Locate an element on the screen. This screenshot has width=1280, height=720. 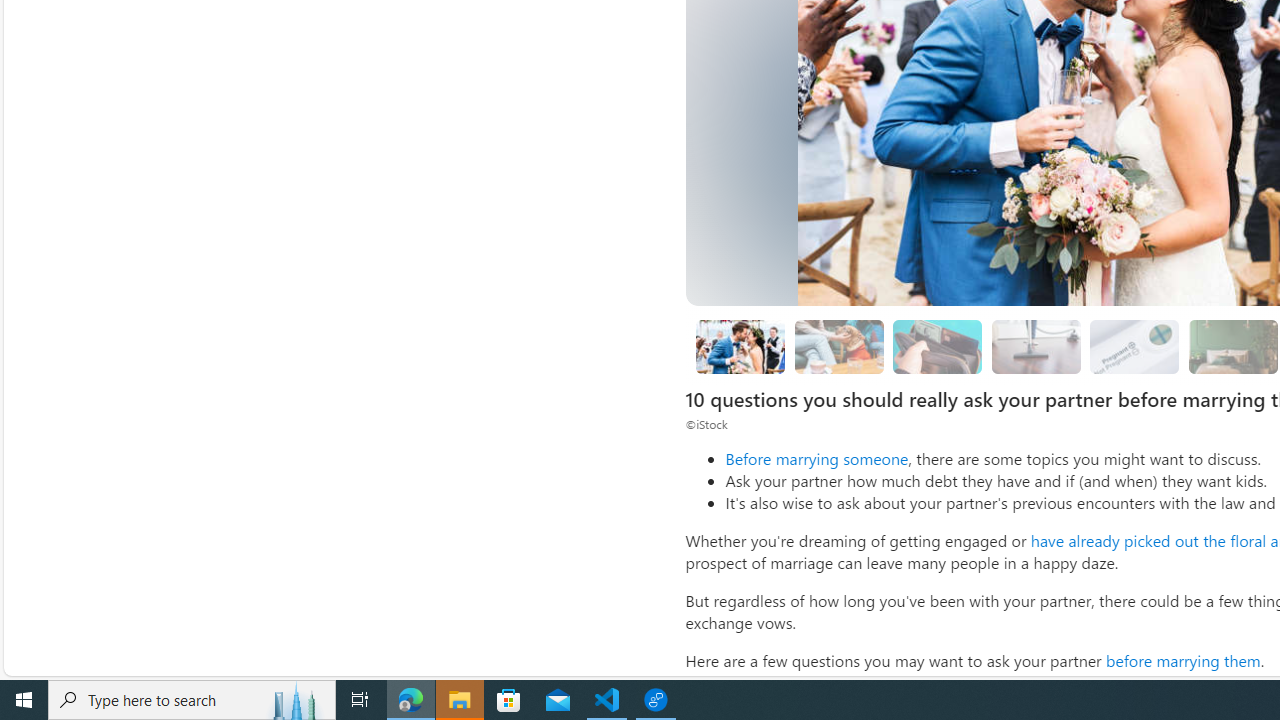
'Before marrying someone' is located at coordinates (816, 458).